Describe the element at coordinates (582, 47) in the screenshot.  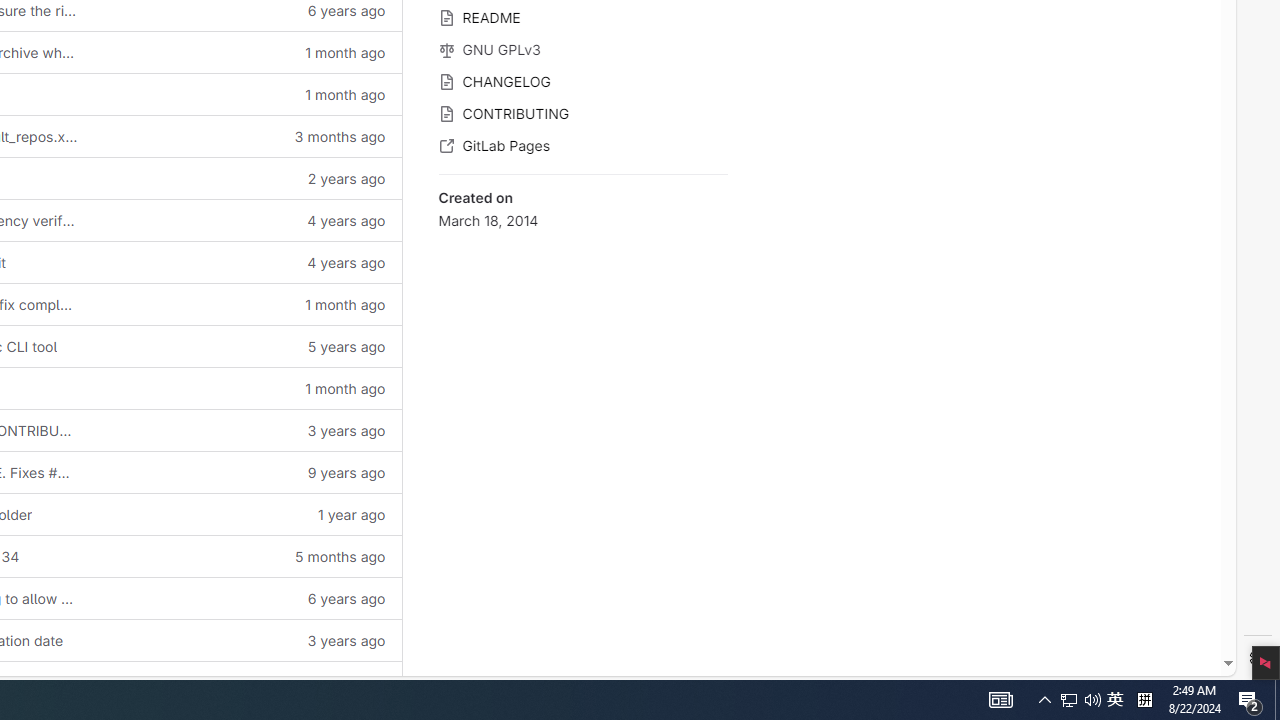
I see `'GNU GPLv3'` at that location.